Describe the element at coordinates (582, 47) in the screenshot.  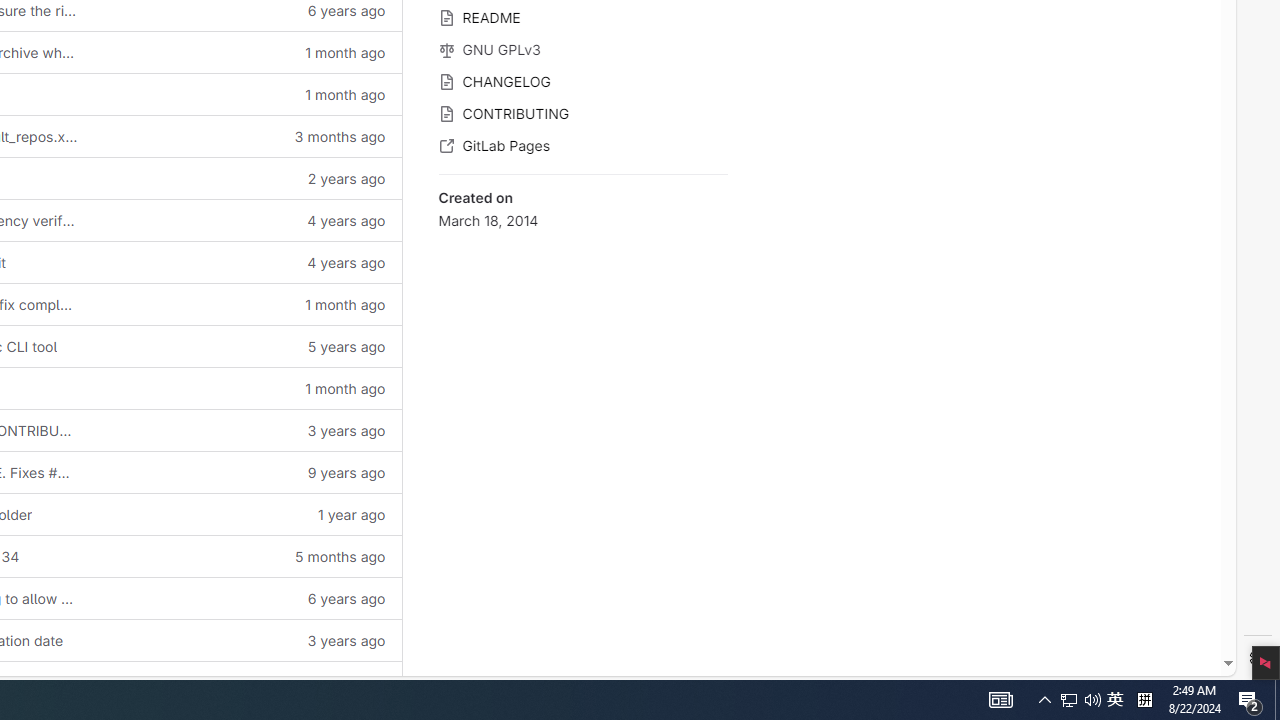
I see `'GNU GPLv3'` at that location.